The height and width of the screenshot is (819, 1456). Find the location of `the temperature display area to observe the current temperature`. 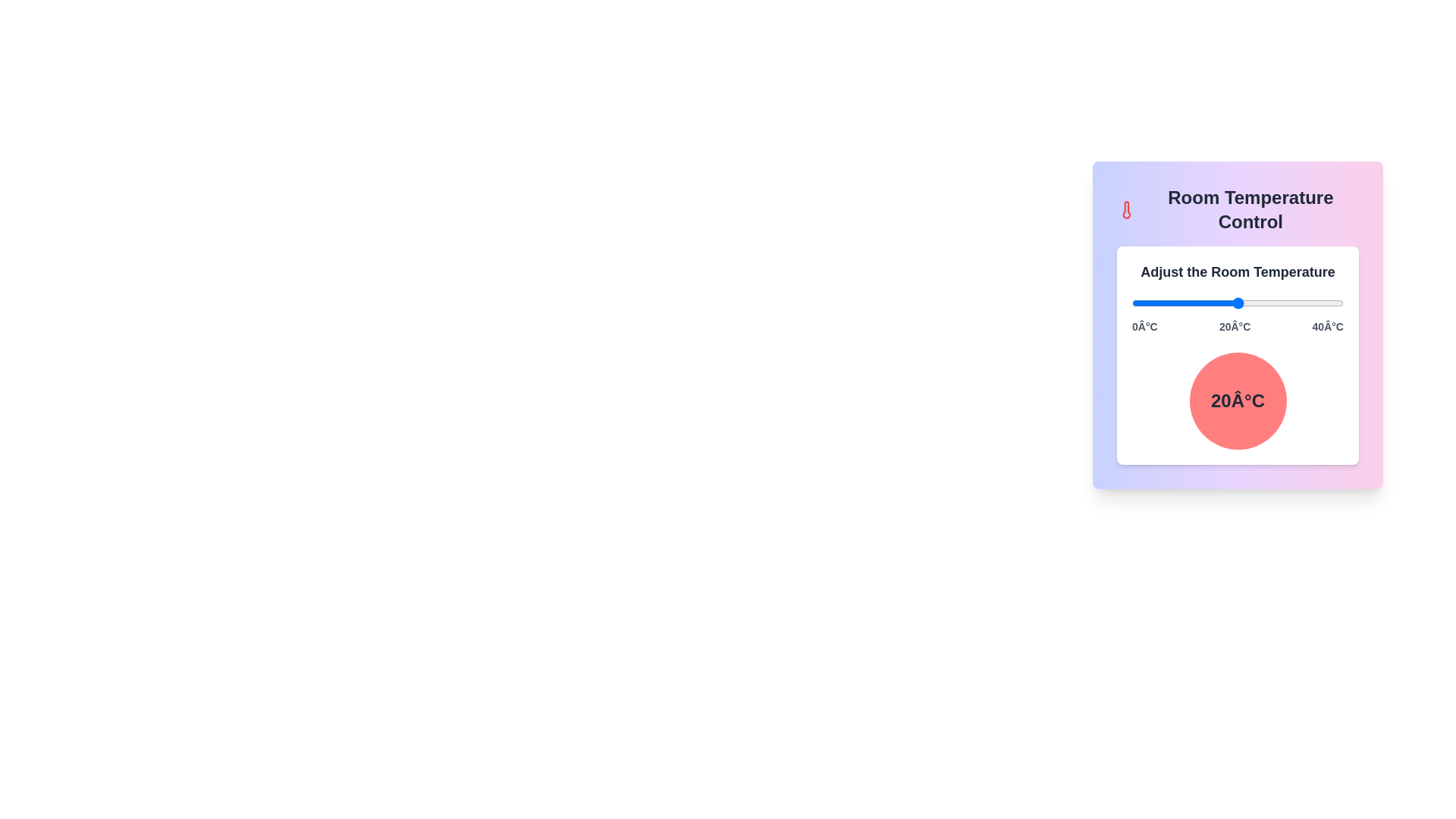

the temperature display area to observe the current temperature is located at coordinates (1238, 400).